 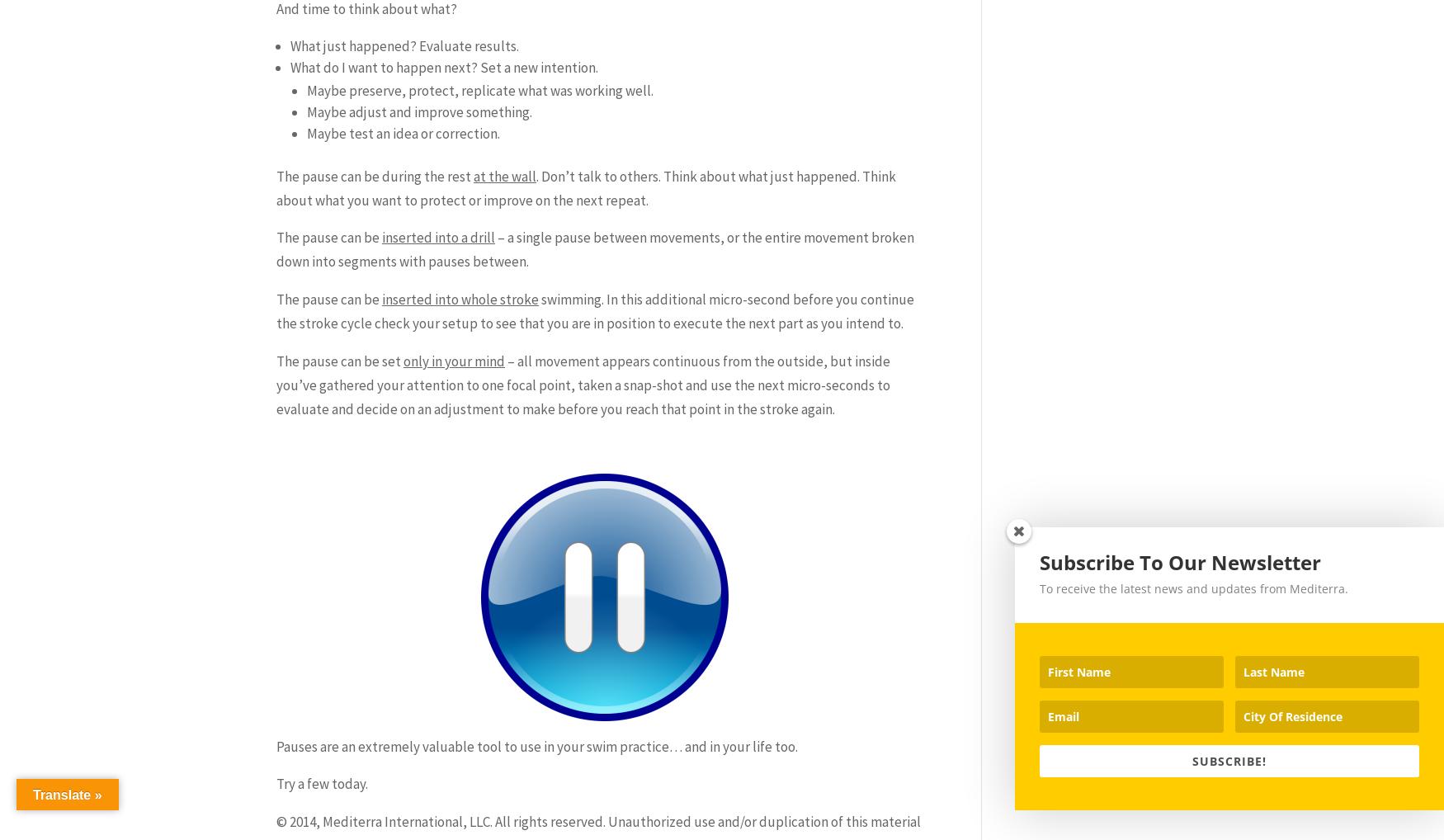 I want to click on 'Book Your Swim Training Session', so click(x=551, y=54).